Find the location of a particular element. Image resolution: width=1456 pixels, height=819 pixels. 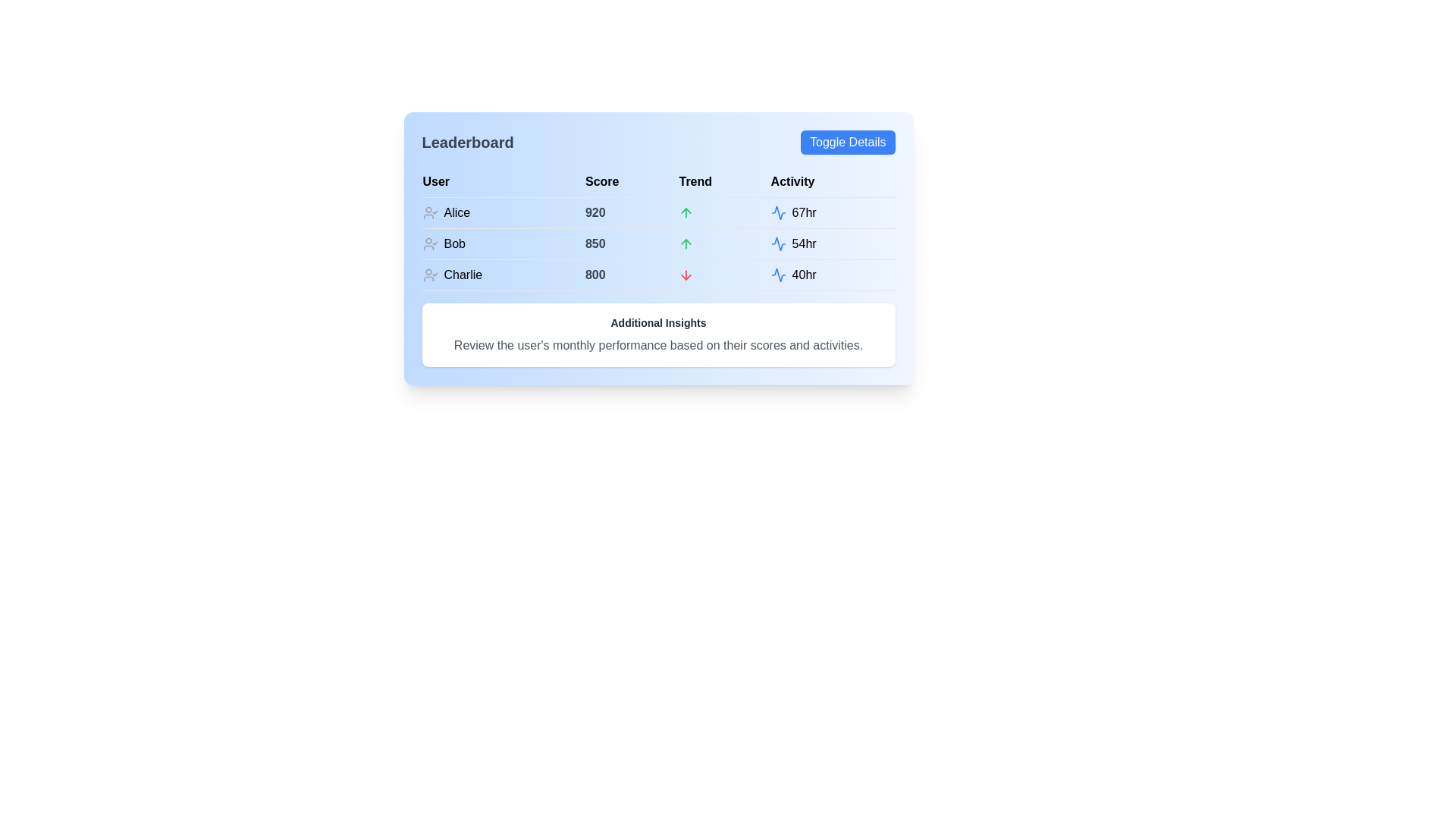

the second row in the leaderboard table is located at coordinates (658, 243).